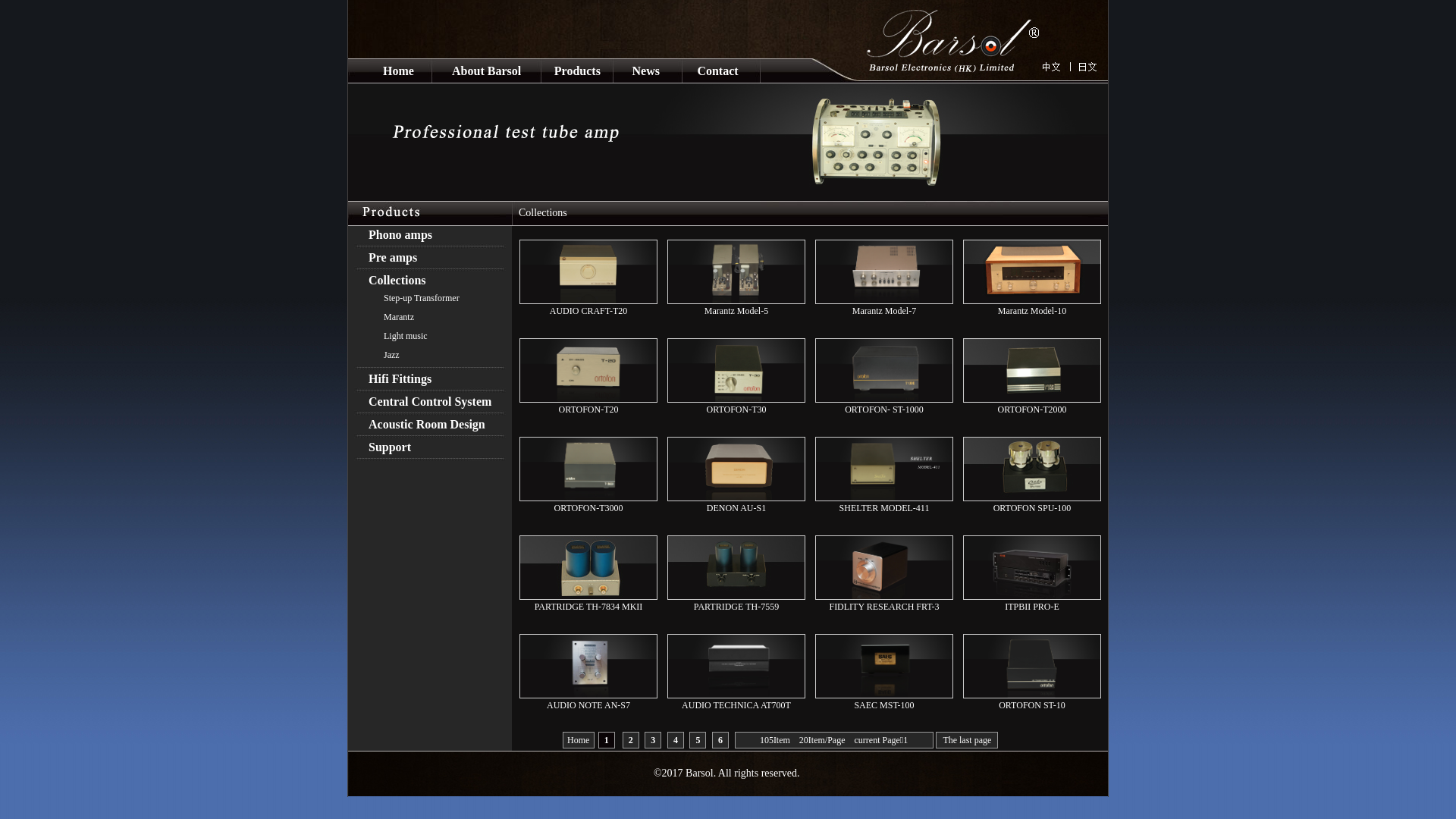 The image size is (1456, 819). I want to click on 'FIDLITY RESEARCH FRT-3', so click(828, 605).